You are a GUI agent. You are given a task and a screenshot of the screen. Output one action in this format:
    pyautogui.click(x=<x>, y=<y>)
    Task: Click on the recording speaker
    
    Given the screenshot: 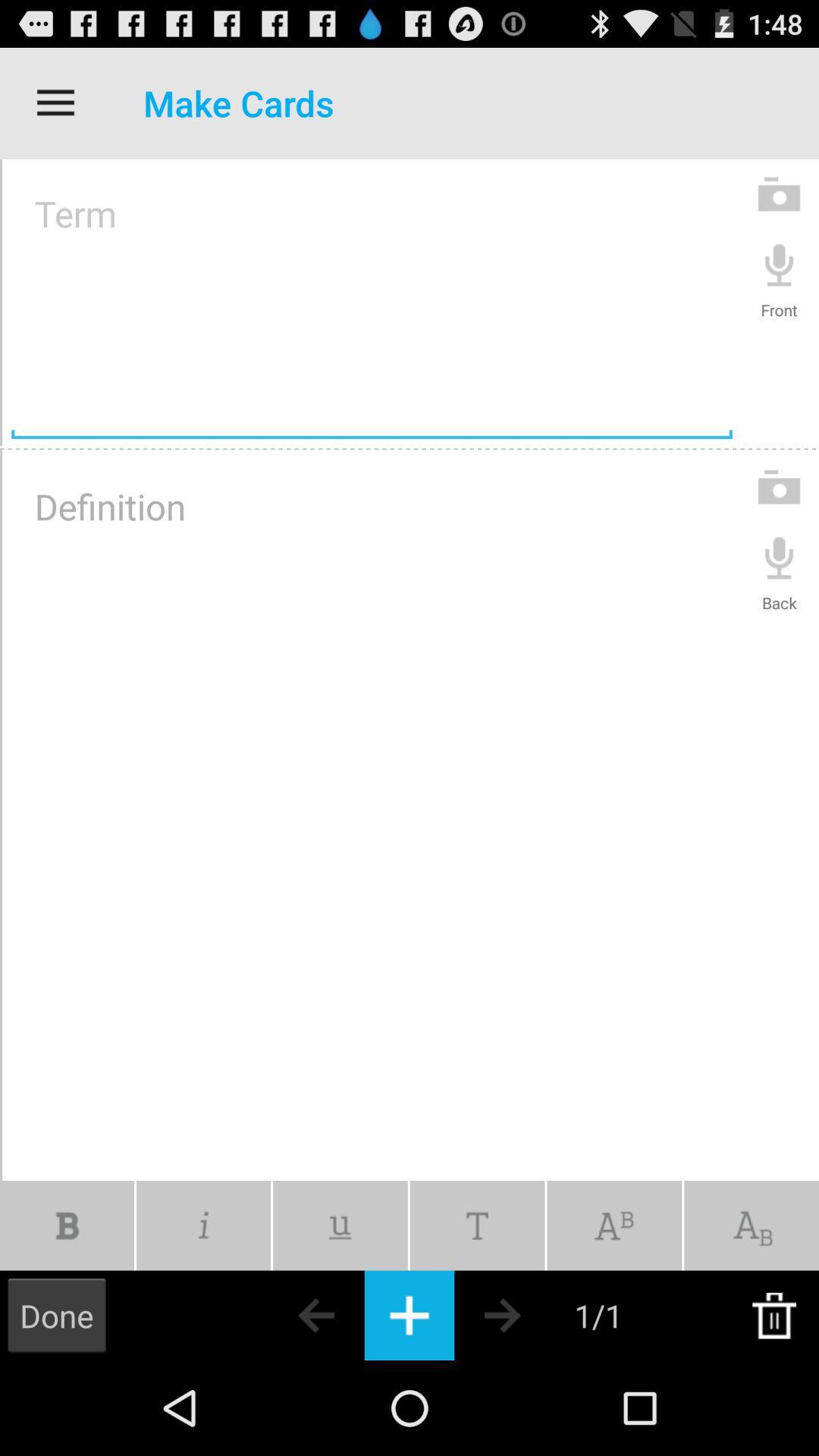 What is the action you would take?
    pyautogui.click(x=779, y=264)
    